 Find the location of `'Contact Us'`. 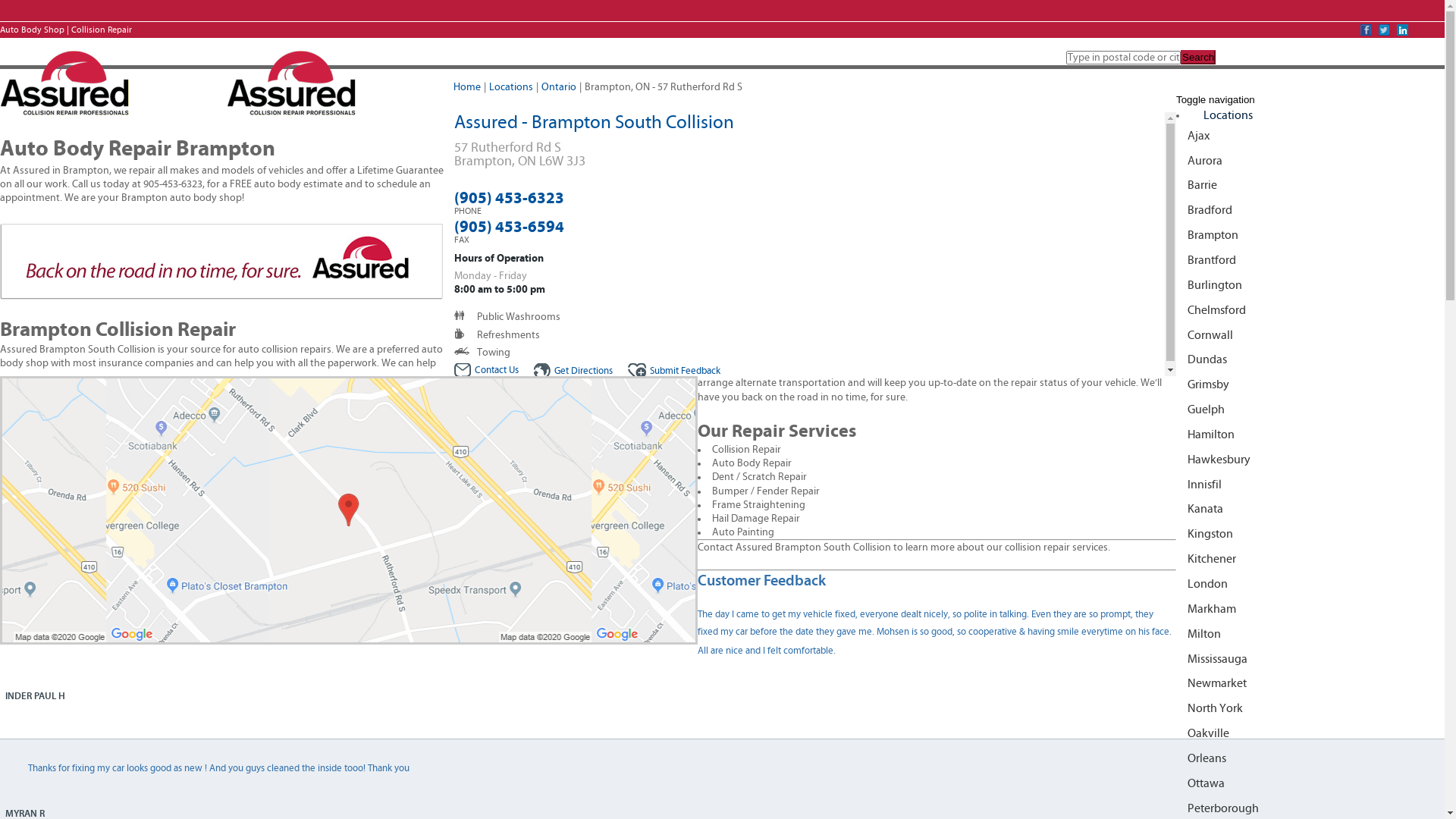

'Contact Us' is located at coordinates (485, 370).